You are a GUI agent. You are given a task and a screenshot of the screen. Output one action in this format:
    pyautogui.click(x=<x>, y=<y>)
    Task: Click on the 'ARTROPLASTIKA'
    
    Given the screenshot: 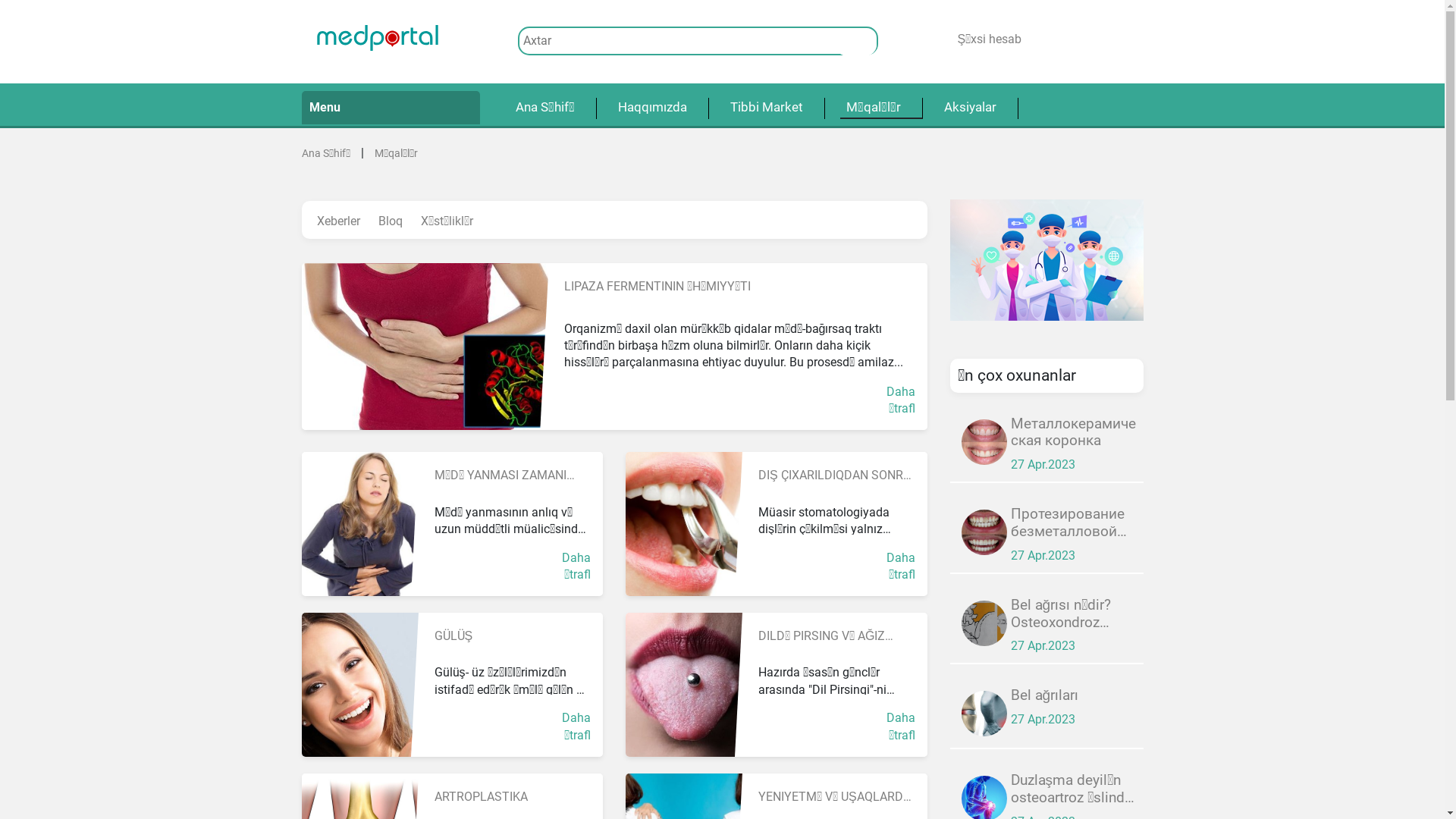 What is the action you would take?
    pyautogui.click(x=432, y=795)
    